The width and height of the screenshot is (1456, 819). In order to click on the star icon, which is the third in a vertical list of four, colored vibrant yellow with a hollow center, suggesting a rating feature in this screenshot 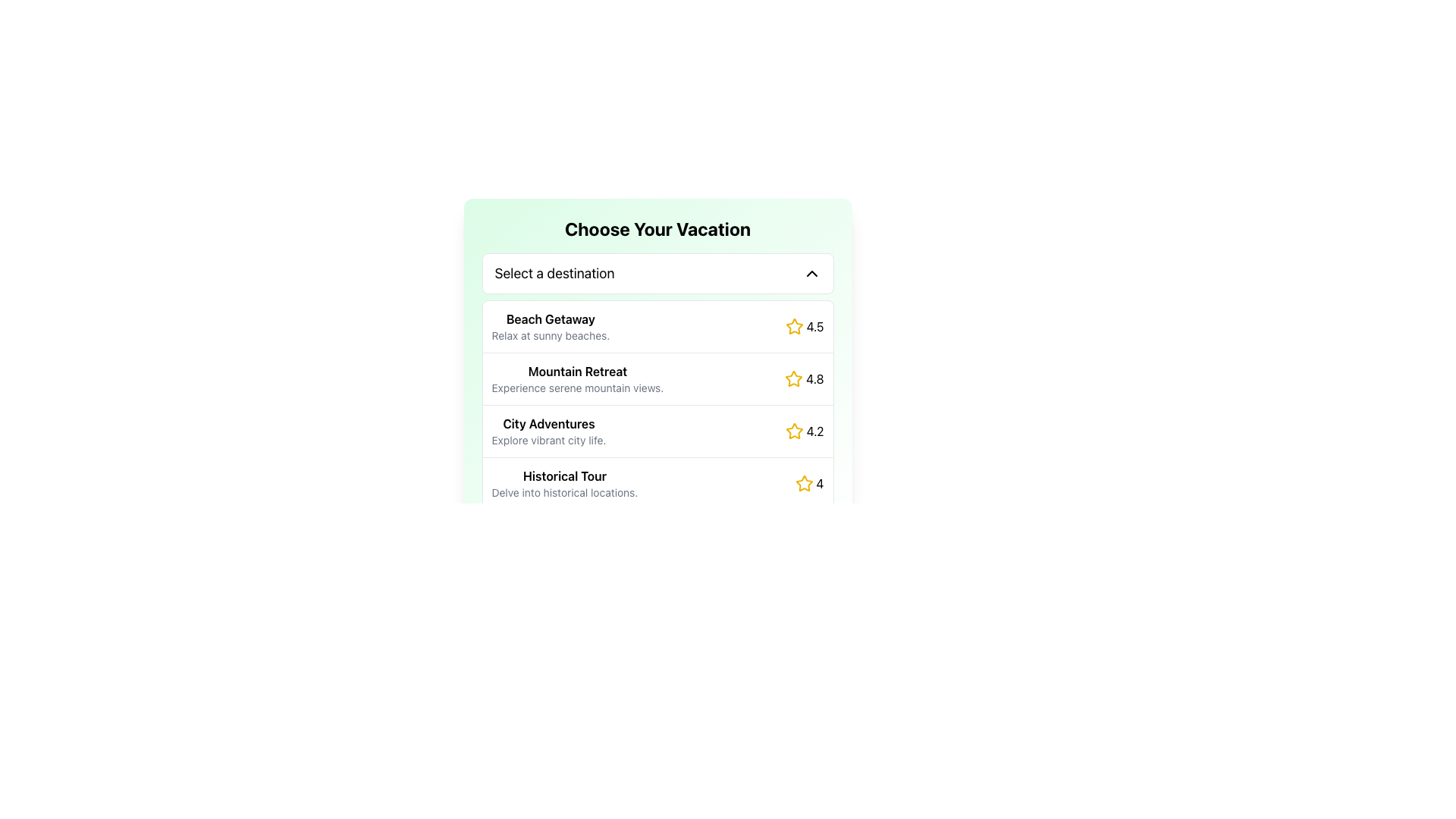, I will do `click(803, 483)`.